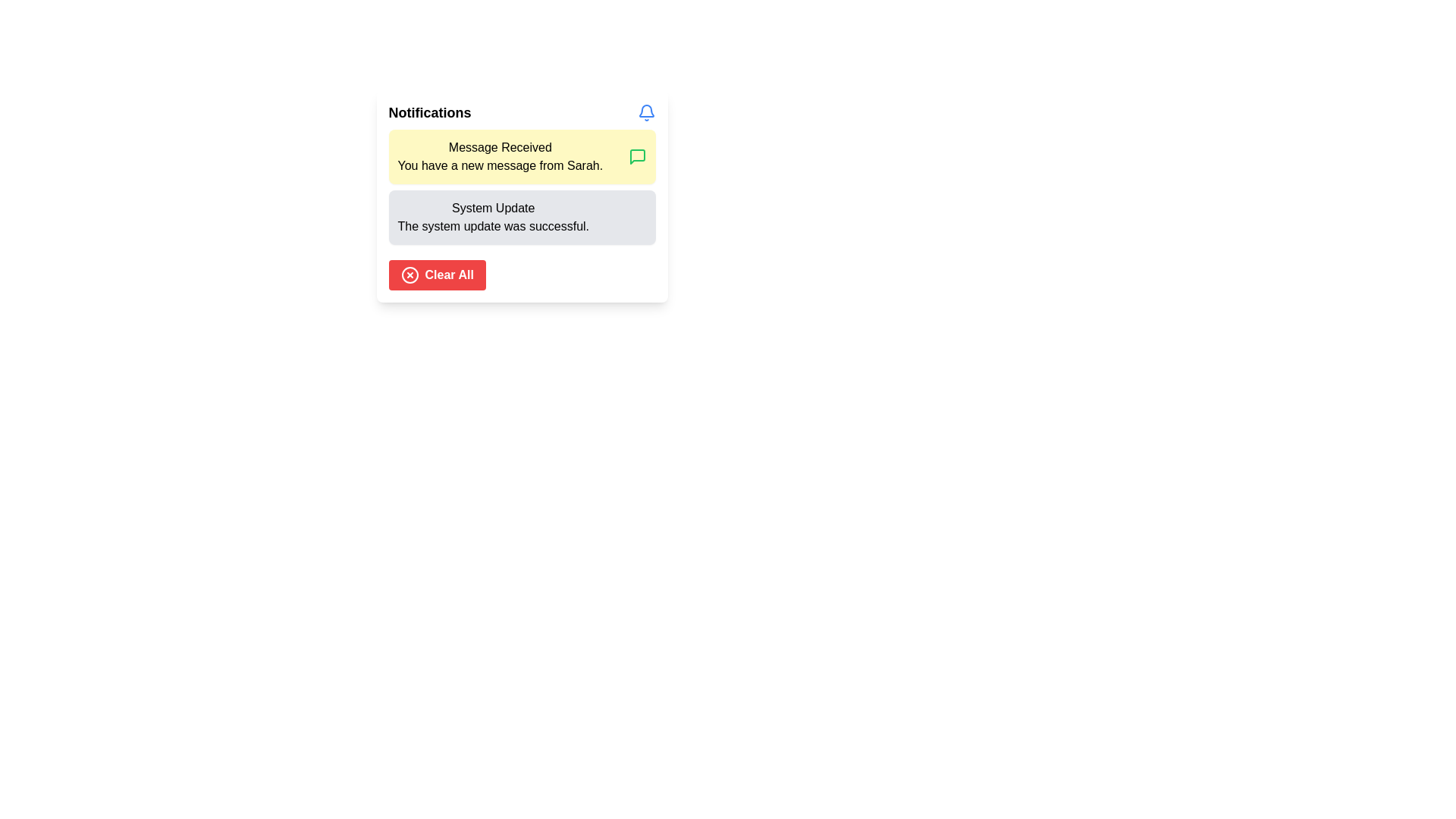 The height and width of the screenshot is (819, 1456). I want to click on the SVG speech bubble icon located in the notification section at the top-right corner near the bell icon, so click(637, 157).